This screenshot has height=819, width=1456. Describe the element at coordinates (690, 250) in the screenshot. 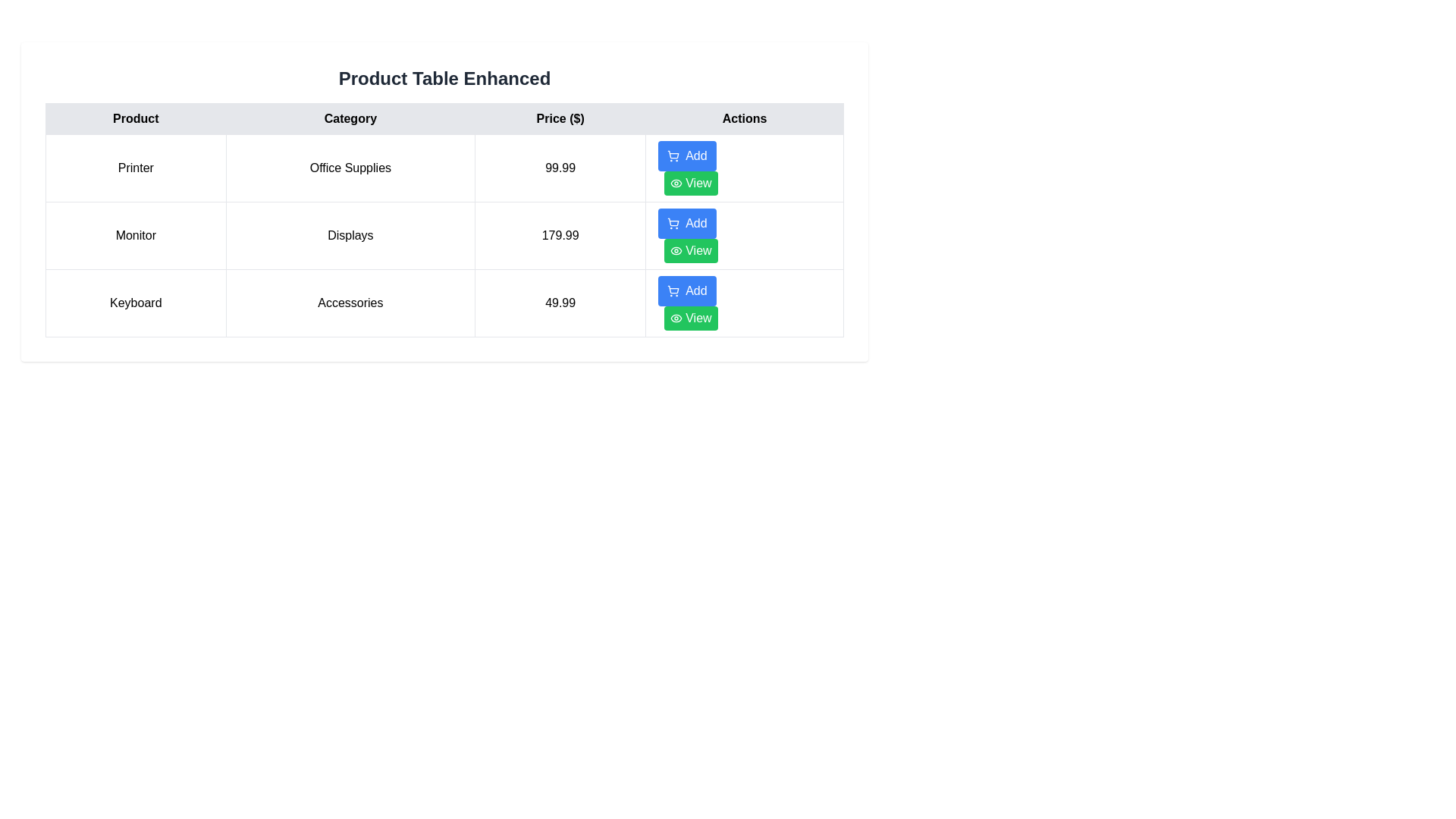

I see `the button in the 'Actions' column of the second row next to the price '179.99' and the product 'Monitor'` at that location.